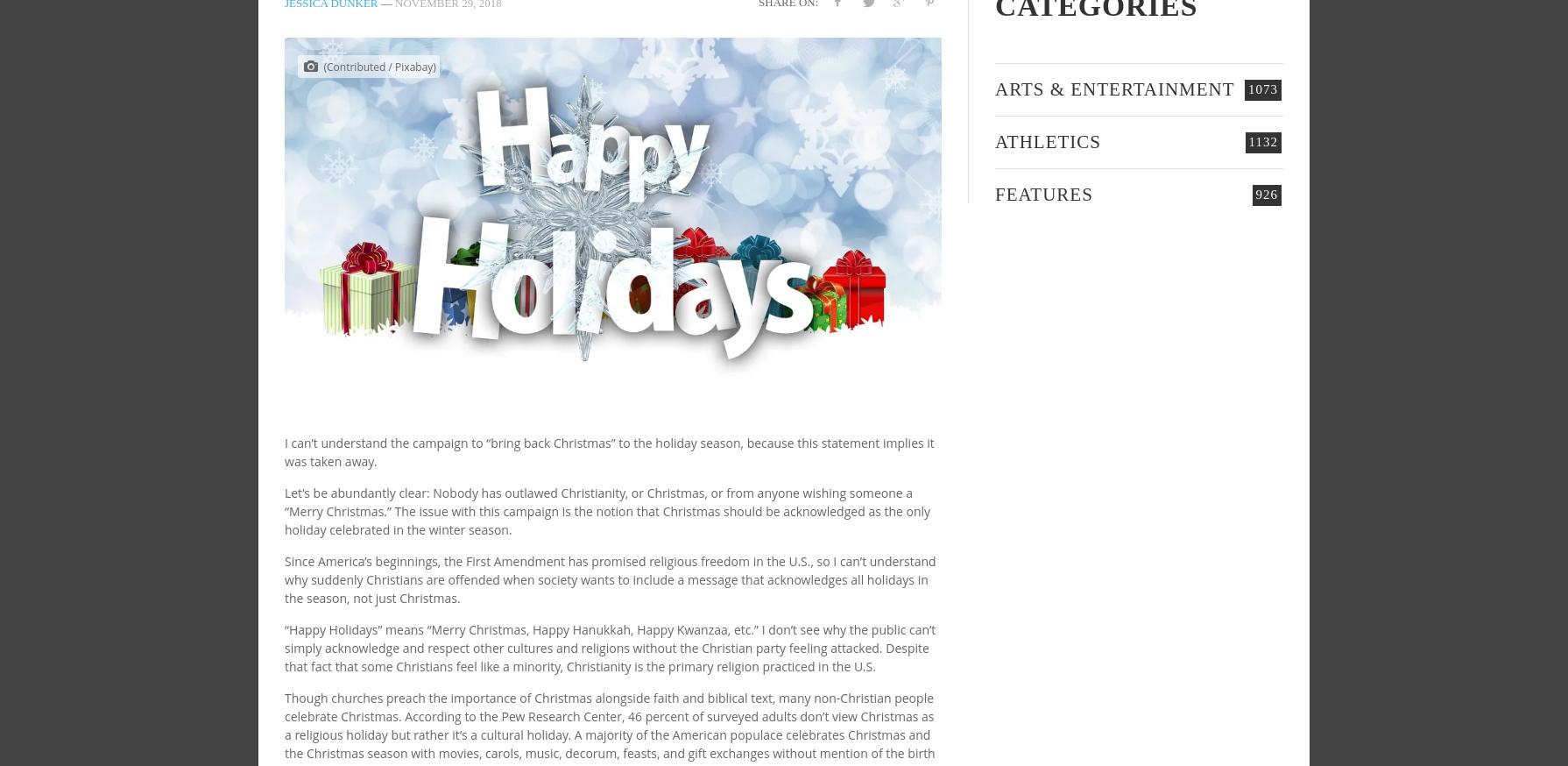 The height and width of the screenshot is (766, 1568). Describe the element at coordinates (609, 647) in the screenshot. I see `'“Happy Holidays” means “Merry Christmas, Happy Hanukkah, Happy Kwanzaa, etc.” I don’t see why the public can’t simply acknowledge and respect other cultures and religions without the Christian party feeling attacked. Despite that fact that some Christians feel like a minority, Christianity is the primary religion practiced in the U.S.'` at that location.